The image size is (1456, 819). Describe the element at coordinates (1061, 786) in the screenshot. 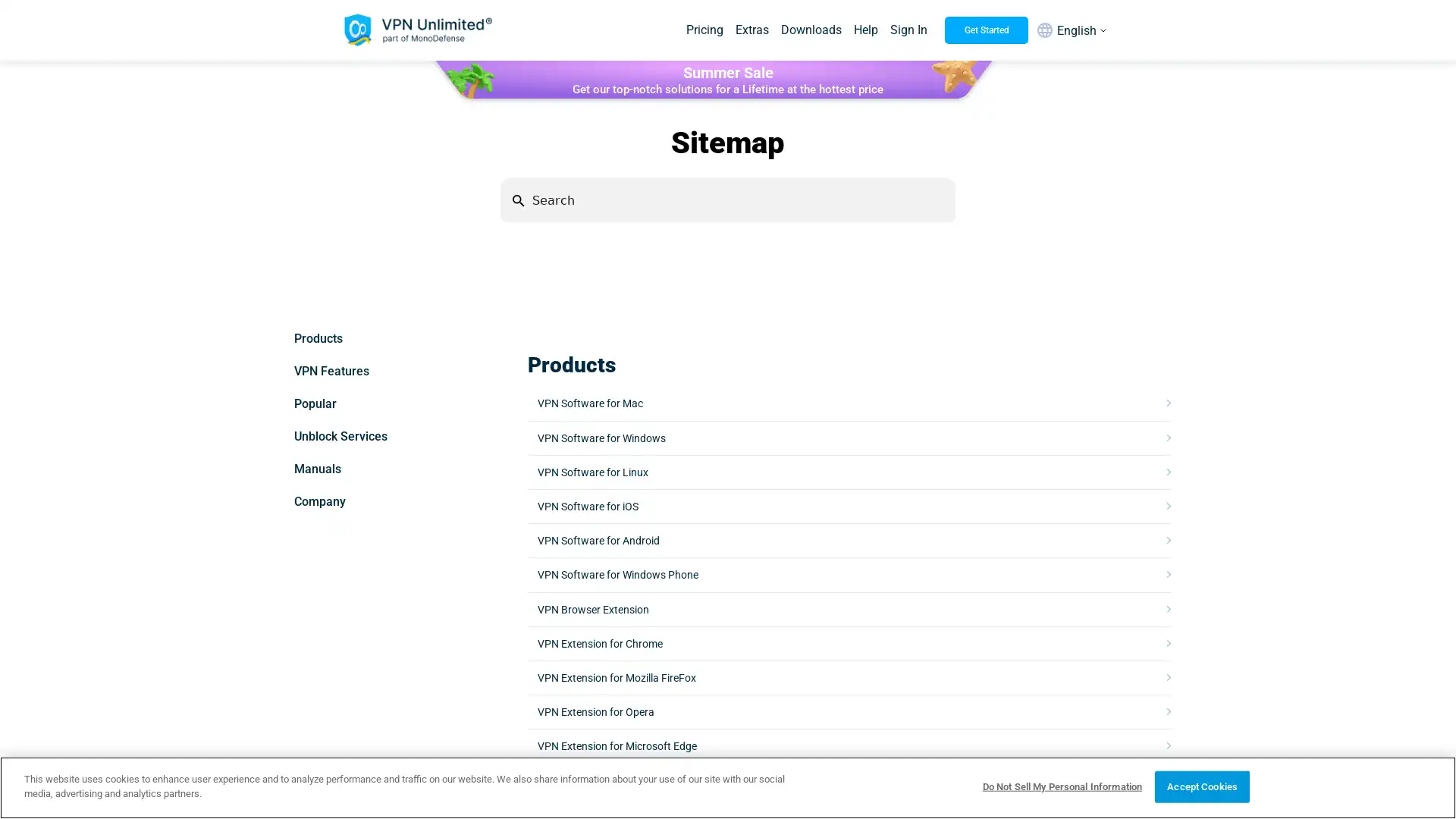

I see `Do Not Sell My Personal Information` at that location.